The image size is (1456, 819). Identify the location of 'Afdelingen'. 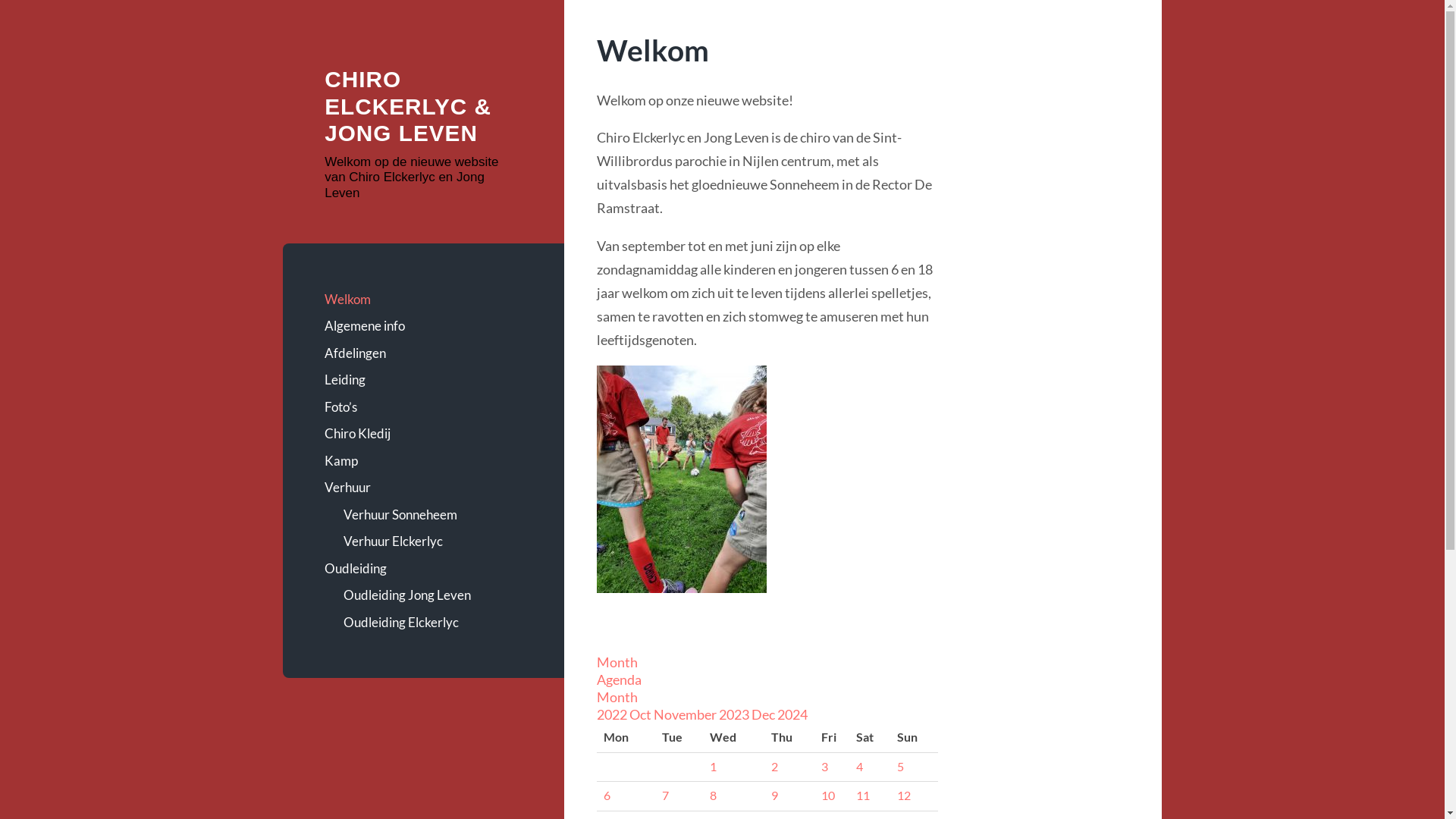
(422, 353).